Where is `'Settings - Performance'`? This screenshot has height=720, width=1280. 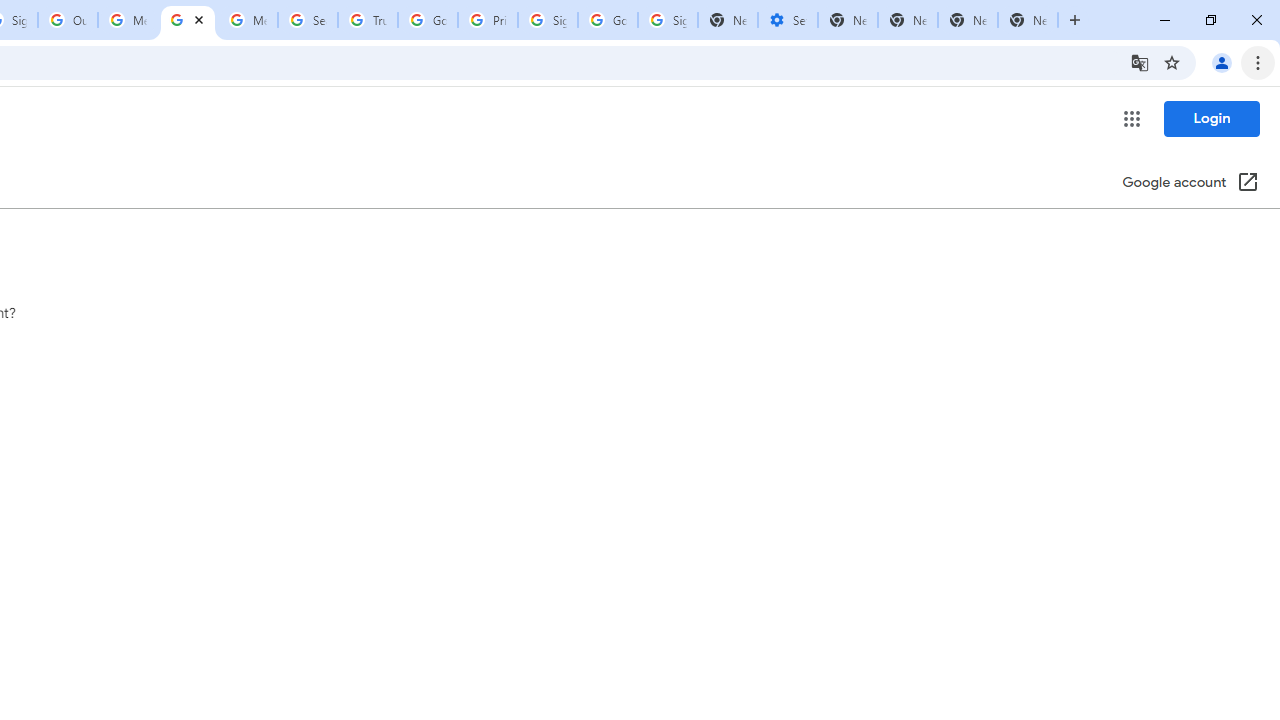
'Settings - Performance' is located at coordinates (786, 20).